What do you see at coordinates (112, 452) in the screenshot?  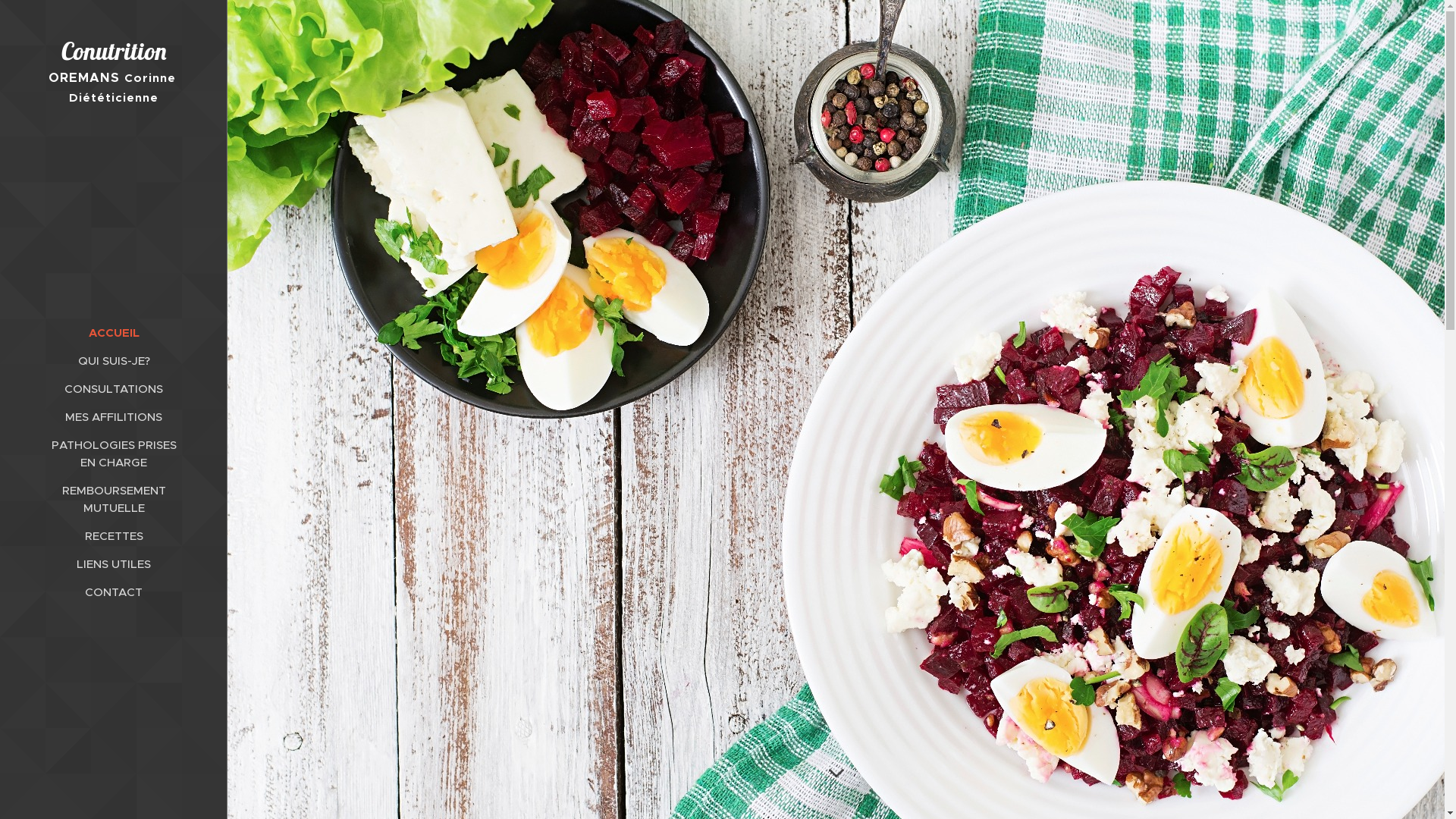 I see `'PATHOLOGIES PRISES EN CHARGE'` at bounding box center [112, 452].